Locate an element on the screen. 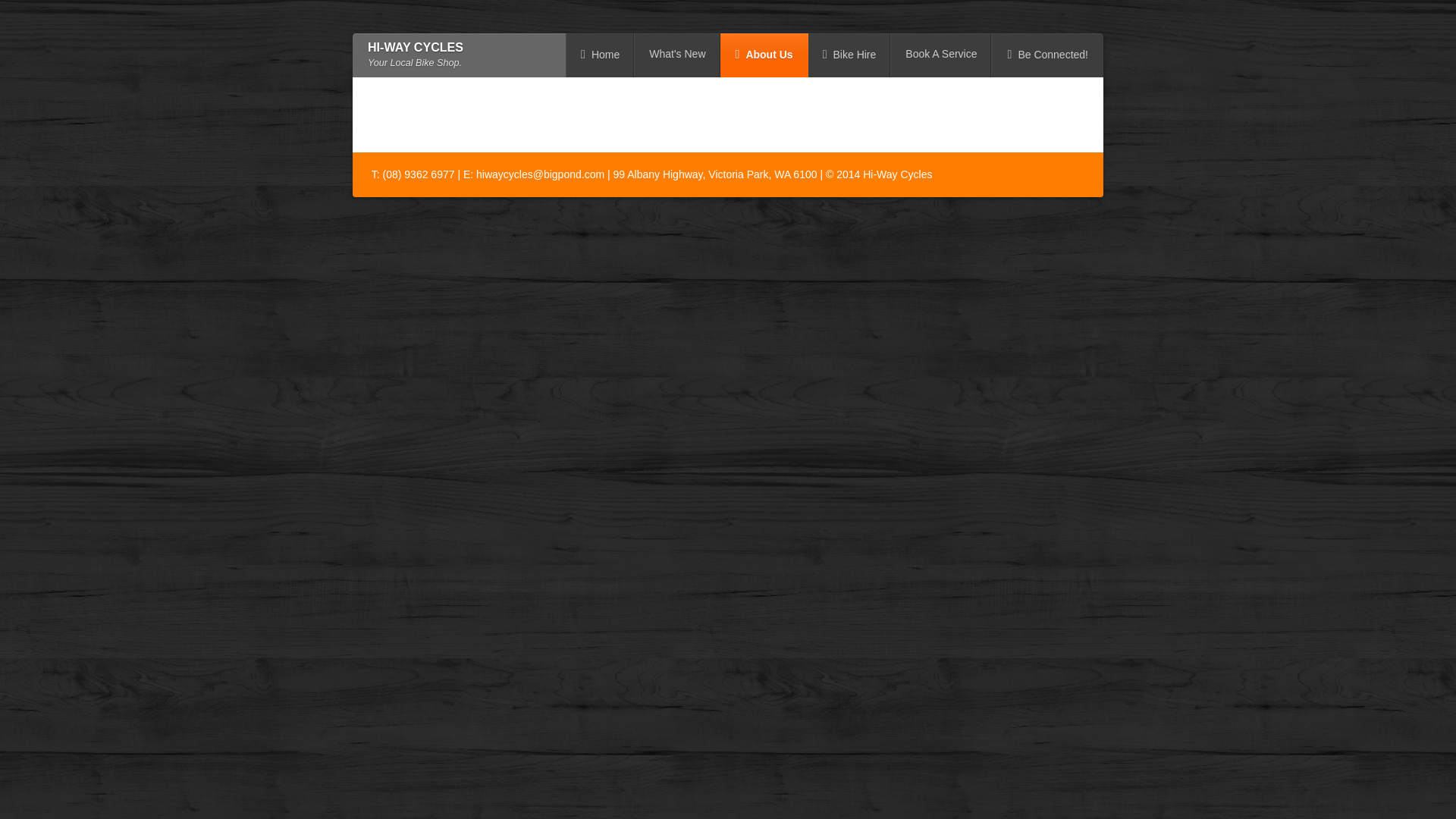 The width and height of the screenshot is (1456, 819). 'Book A Service' is located at coordinates (940, 55).